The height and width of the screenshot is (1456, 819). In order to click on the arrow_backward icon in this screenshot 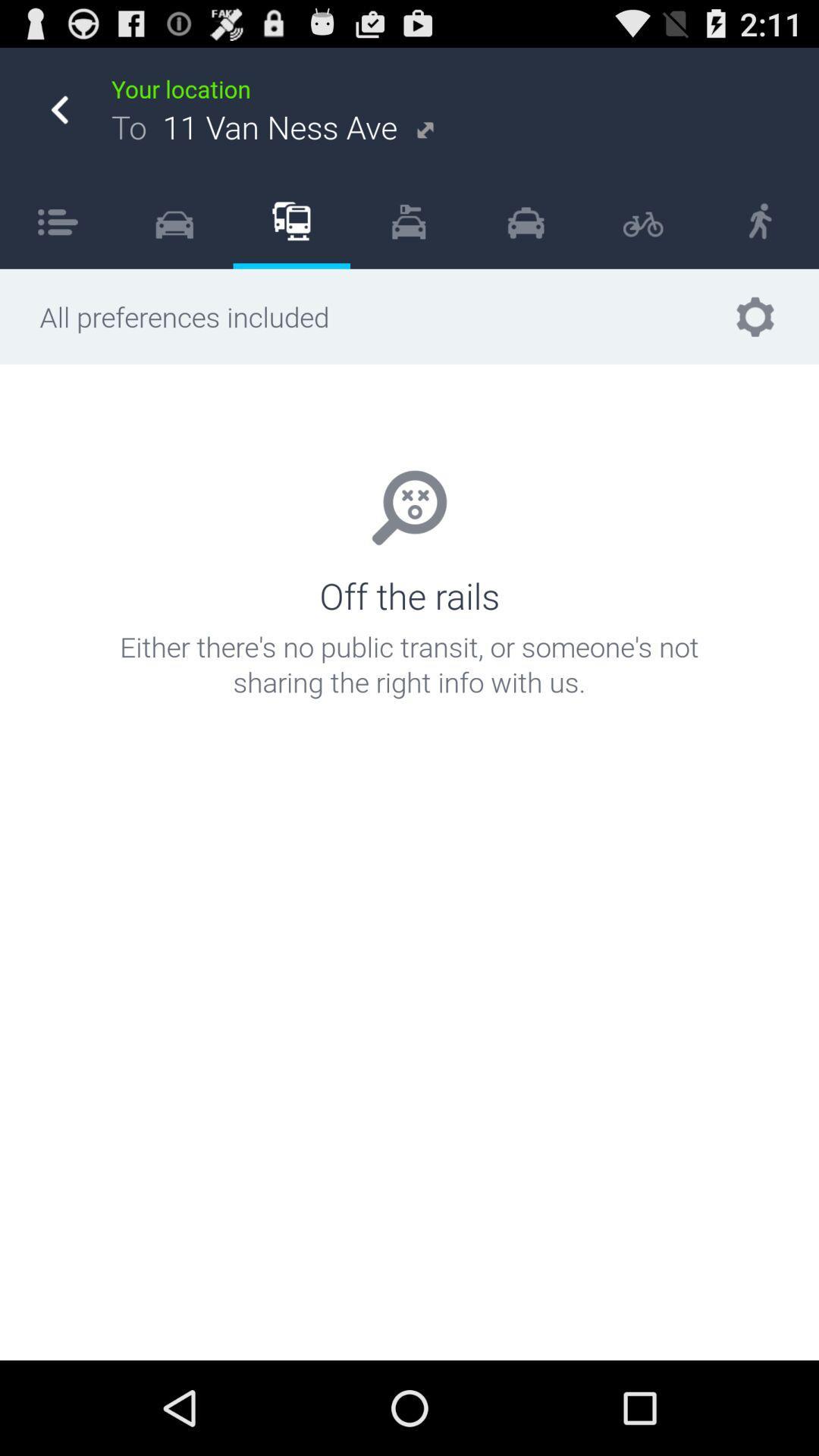, I will do `click(58, 118)`.